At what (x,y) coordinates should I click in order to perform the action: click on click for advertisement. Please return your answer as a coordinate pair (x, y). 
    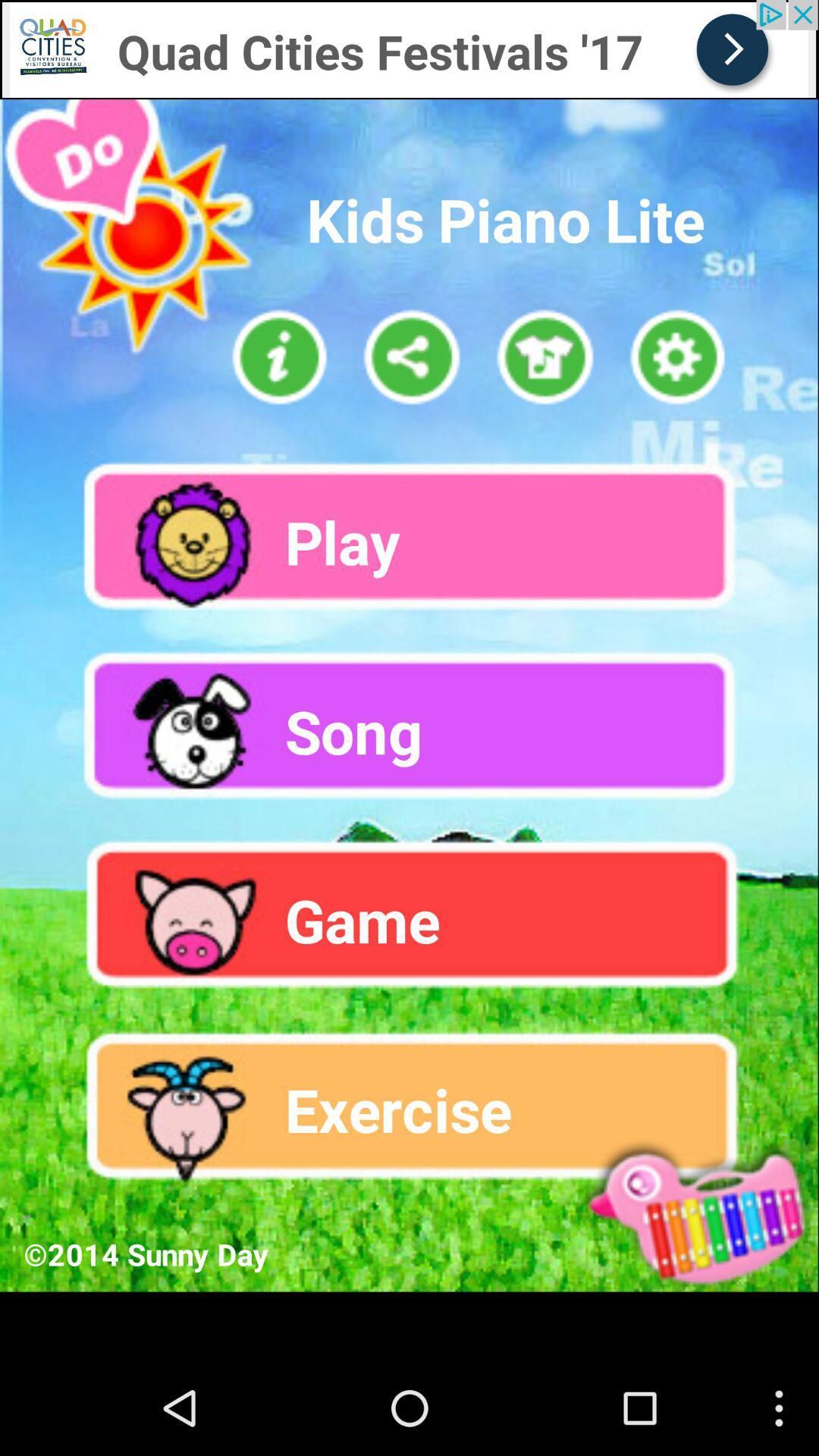
    Looking at the image, I should click on (116, 14).